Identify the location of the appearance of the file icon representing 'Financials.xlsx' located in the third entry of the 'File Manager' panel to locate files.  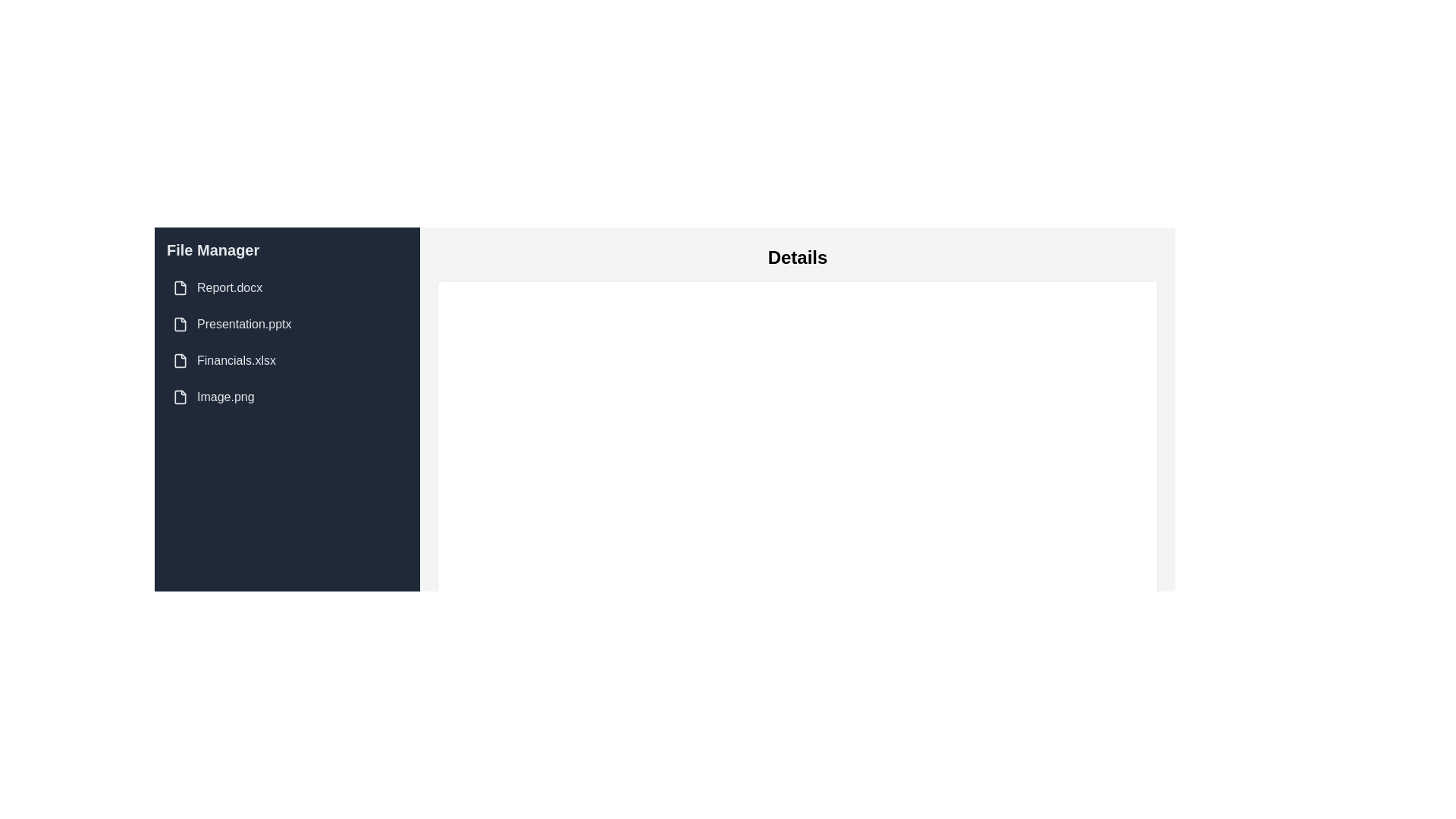
(180, 360).